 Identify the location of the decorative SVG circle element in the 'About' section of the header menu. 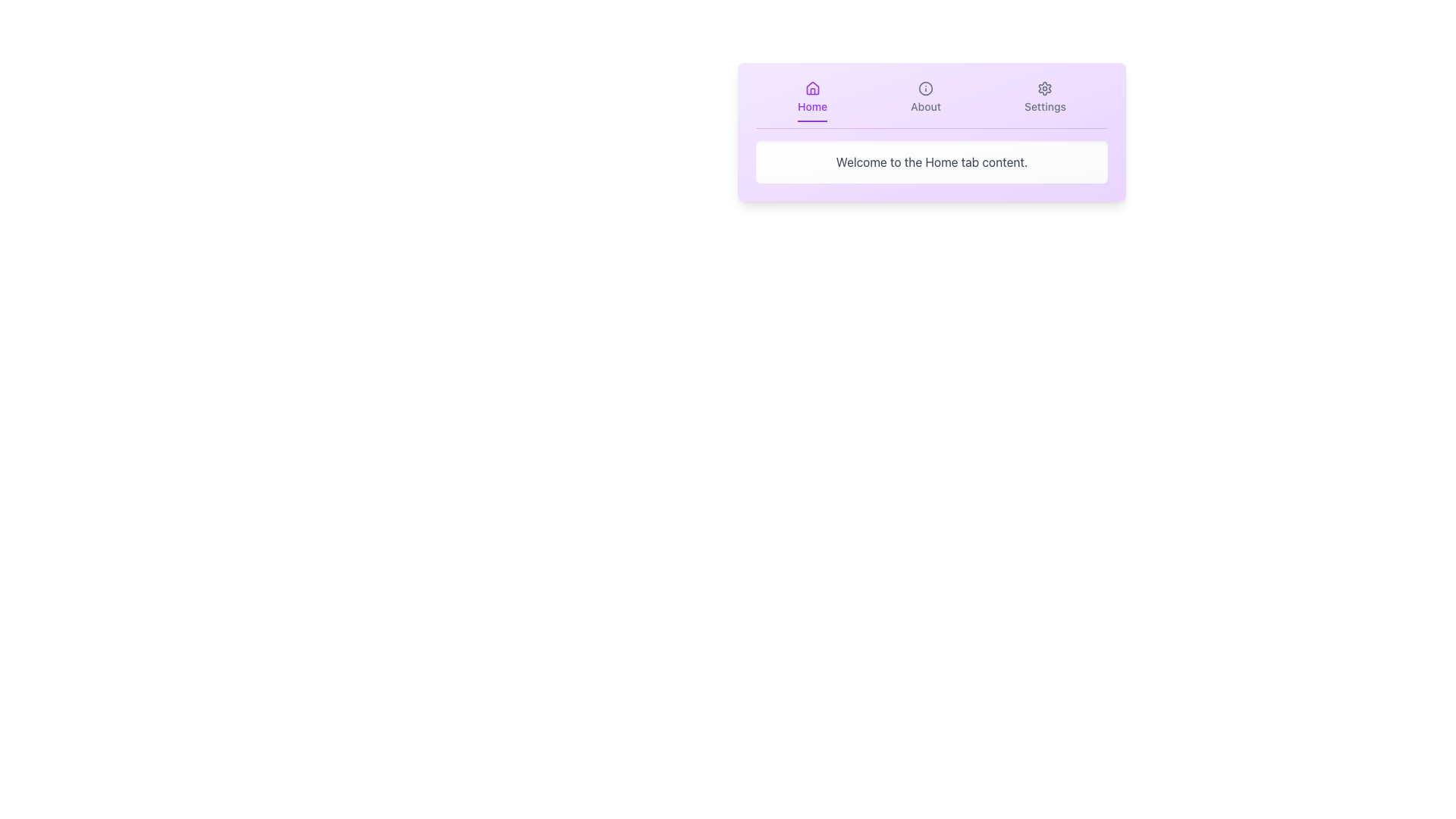
(924, 88).